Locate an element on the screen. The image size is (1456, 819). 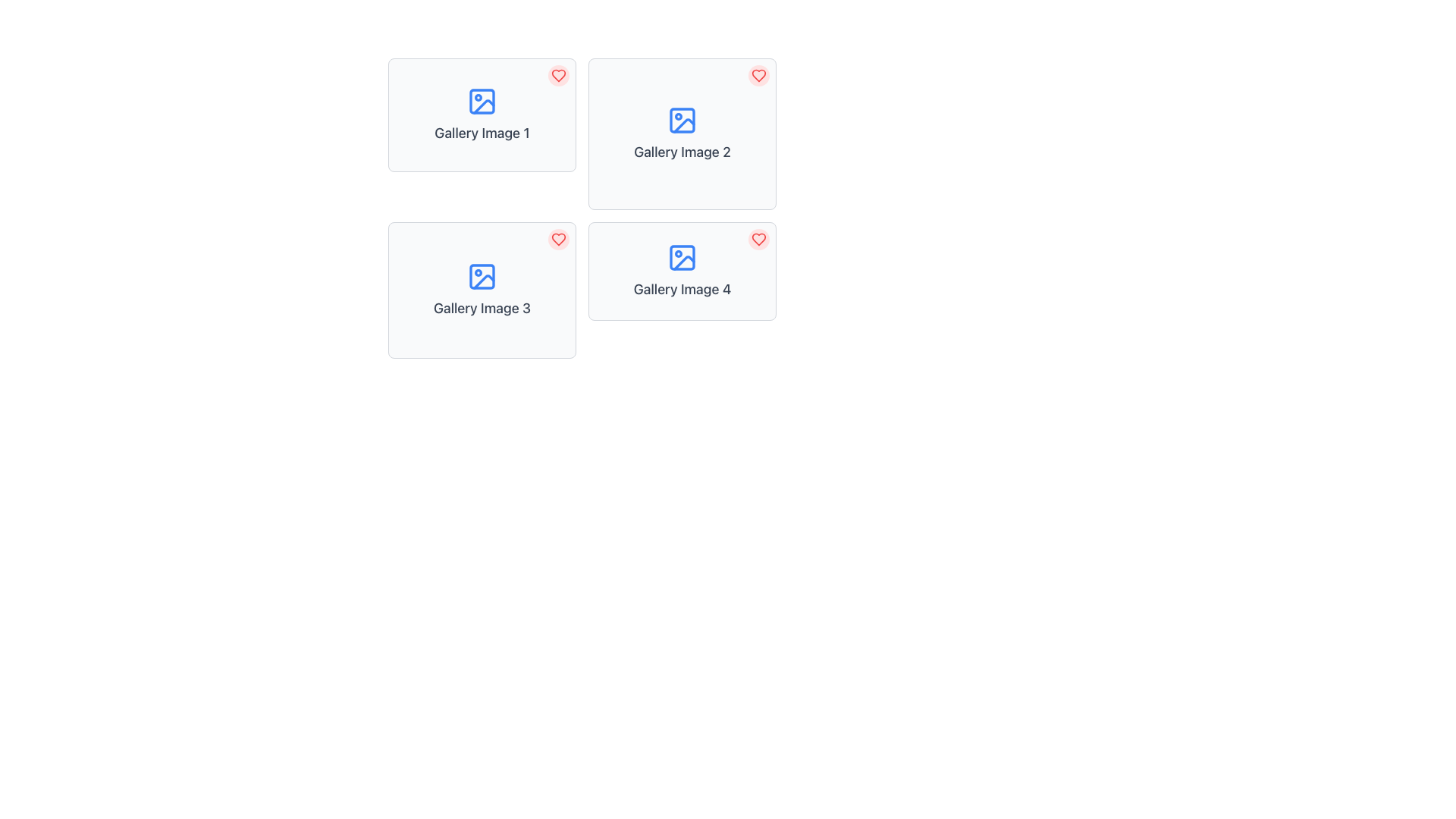
the decorative graphical component within the icon representing a broken image in the second gallery card located in the top right section is located at coordinates (683, 124).